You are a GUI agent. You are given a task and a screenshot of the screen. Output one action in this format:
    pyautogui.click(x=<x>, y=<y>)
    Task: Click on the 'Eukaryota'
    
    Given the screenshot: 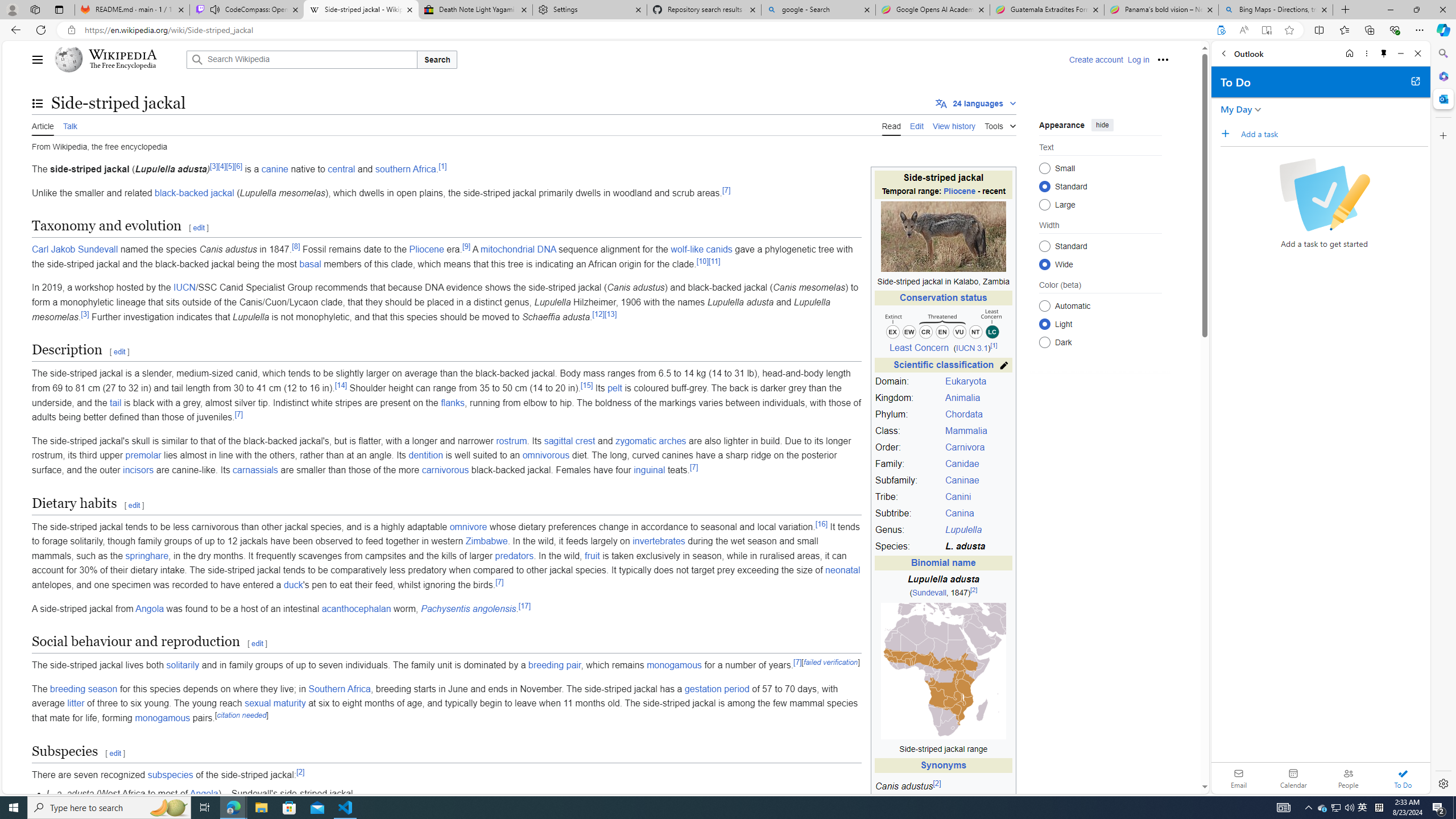 What is the action you would take?
    pyautogui.click(x=965, y=381)
    